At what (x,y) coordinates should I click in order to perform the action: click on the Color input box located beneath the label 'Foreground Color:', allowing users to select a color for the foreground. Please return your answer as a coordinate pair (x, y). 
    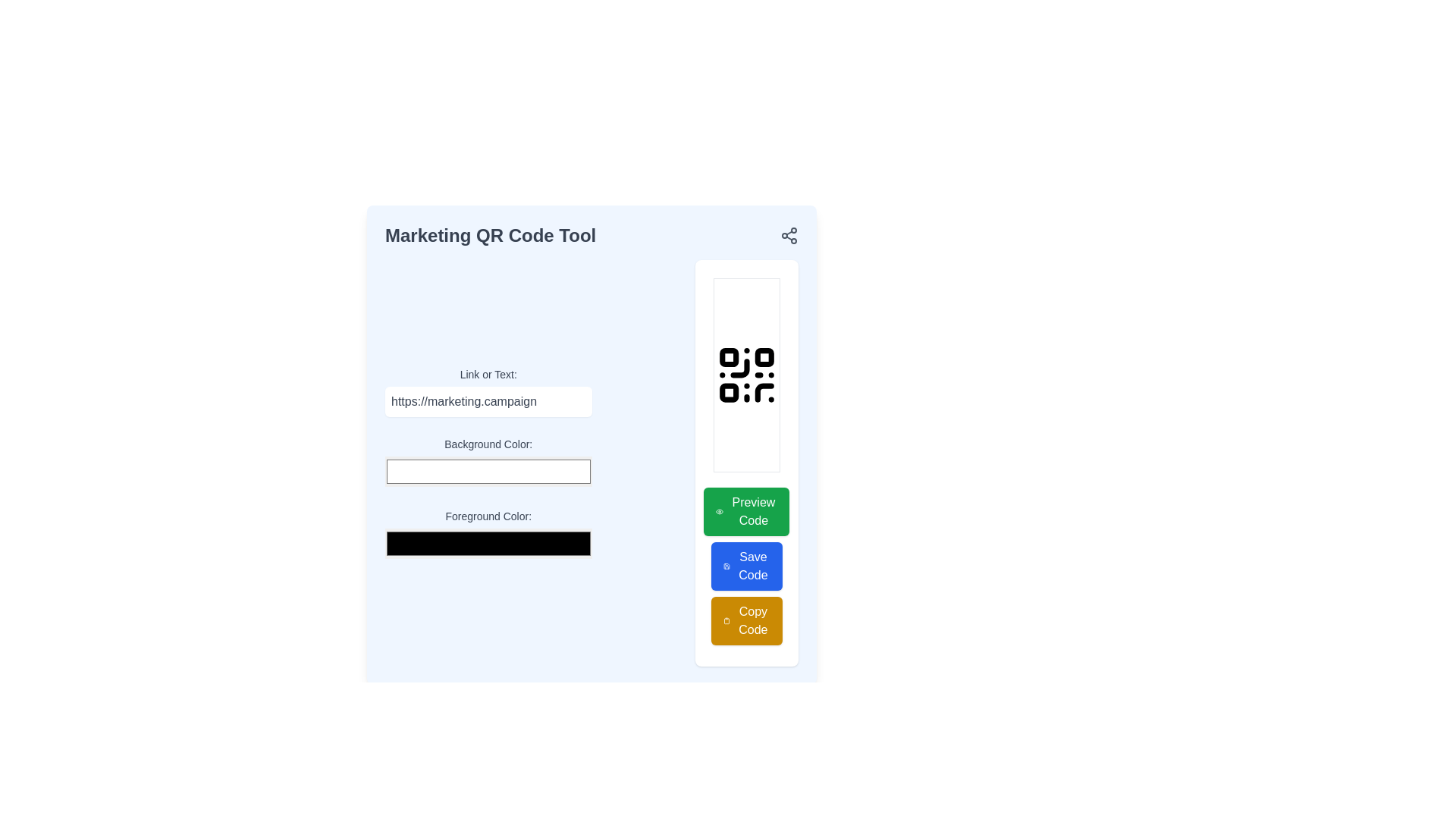
    Looking at the image, I should click on (488, 543).